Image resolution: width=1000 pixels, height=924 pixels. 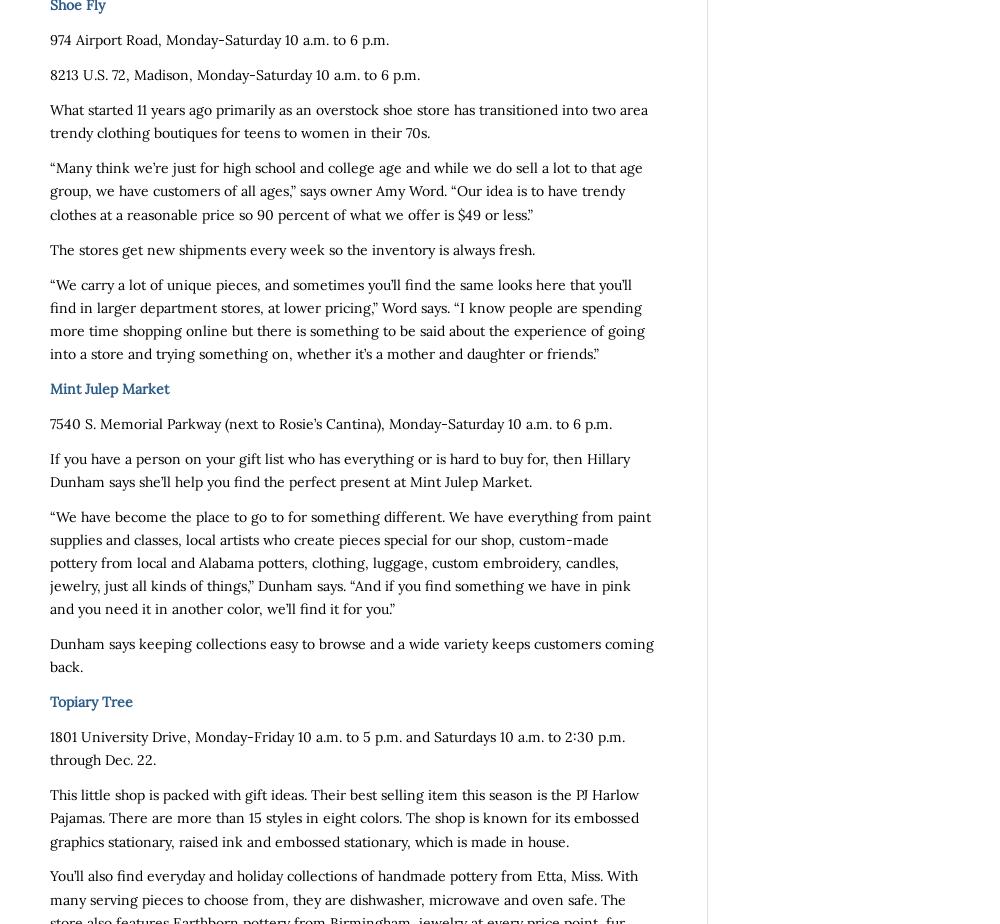 I want to click on 'This little shop is packed with gift ideas. Their best selling item this season is the PJ Harlow Pajamas. There are more than 15 styles in eight colors. The shop is known for its embossed graphics stationary, raised ink and embossed stationary, which is made in house.', so click(x=50, y=818).